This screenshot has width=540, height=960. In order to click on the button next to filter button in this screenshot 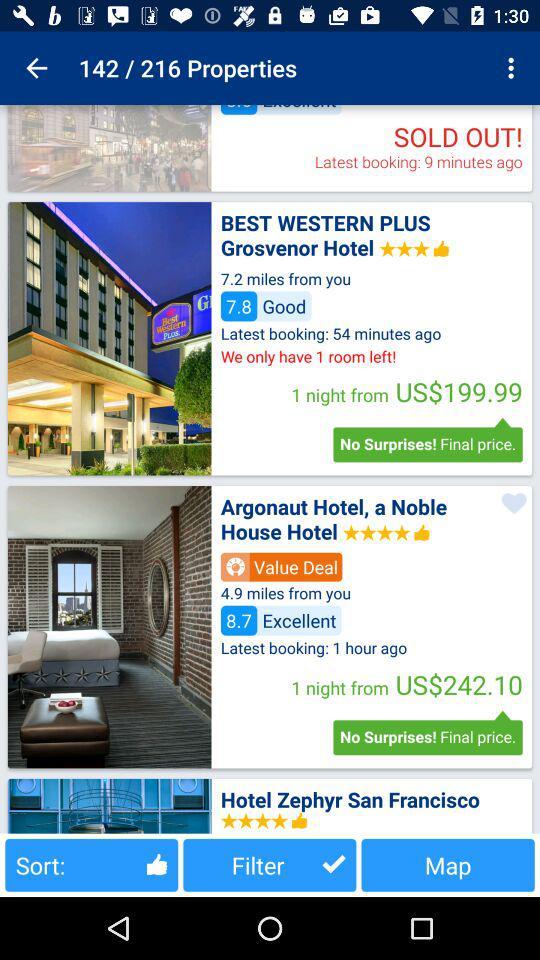, I will do `click(90, 864)`.